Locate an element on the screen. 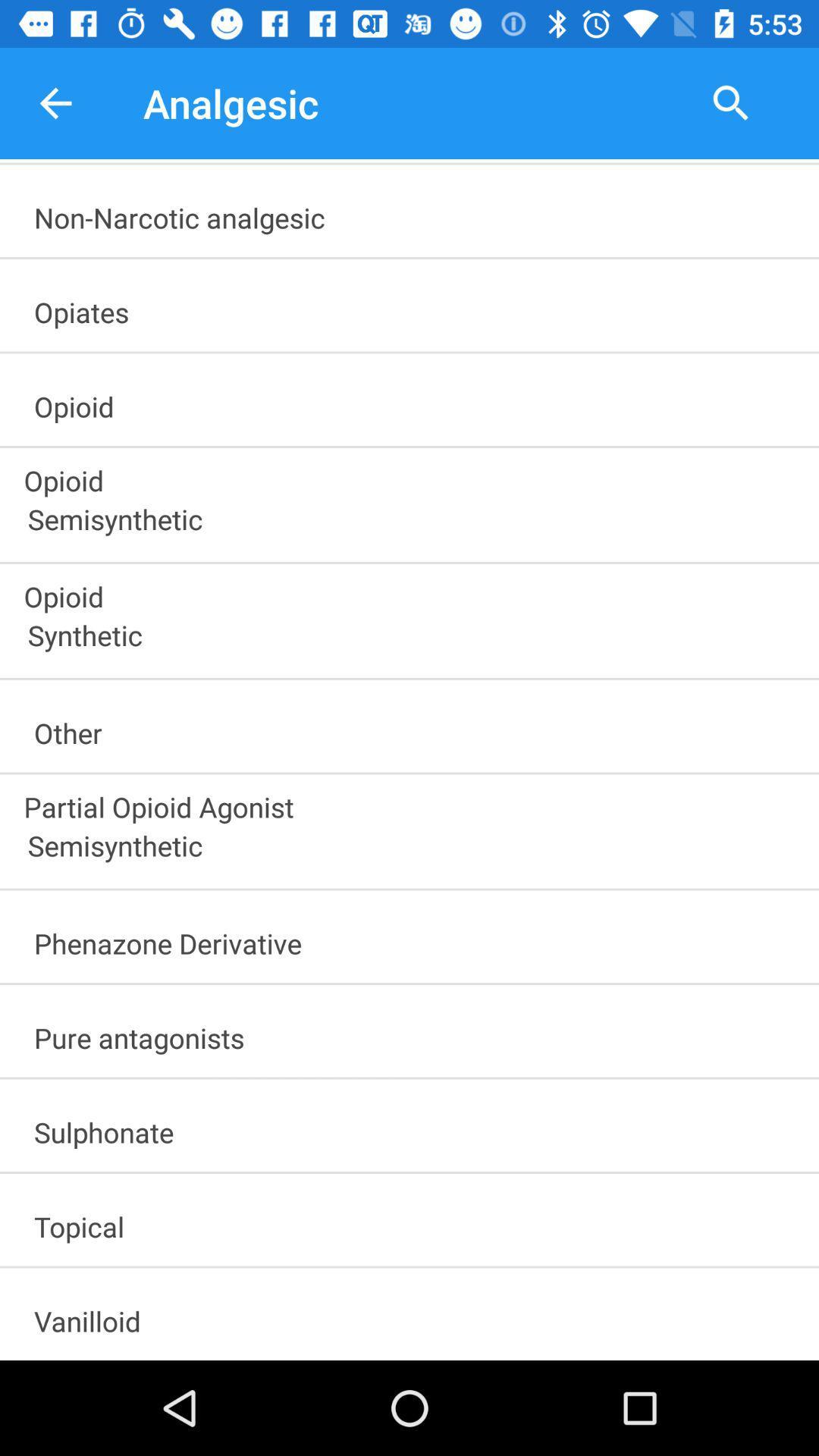  item above the semisynthetic is located at coordinates (411, 802).